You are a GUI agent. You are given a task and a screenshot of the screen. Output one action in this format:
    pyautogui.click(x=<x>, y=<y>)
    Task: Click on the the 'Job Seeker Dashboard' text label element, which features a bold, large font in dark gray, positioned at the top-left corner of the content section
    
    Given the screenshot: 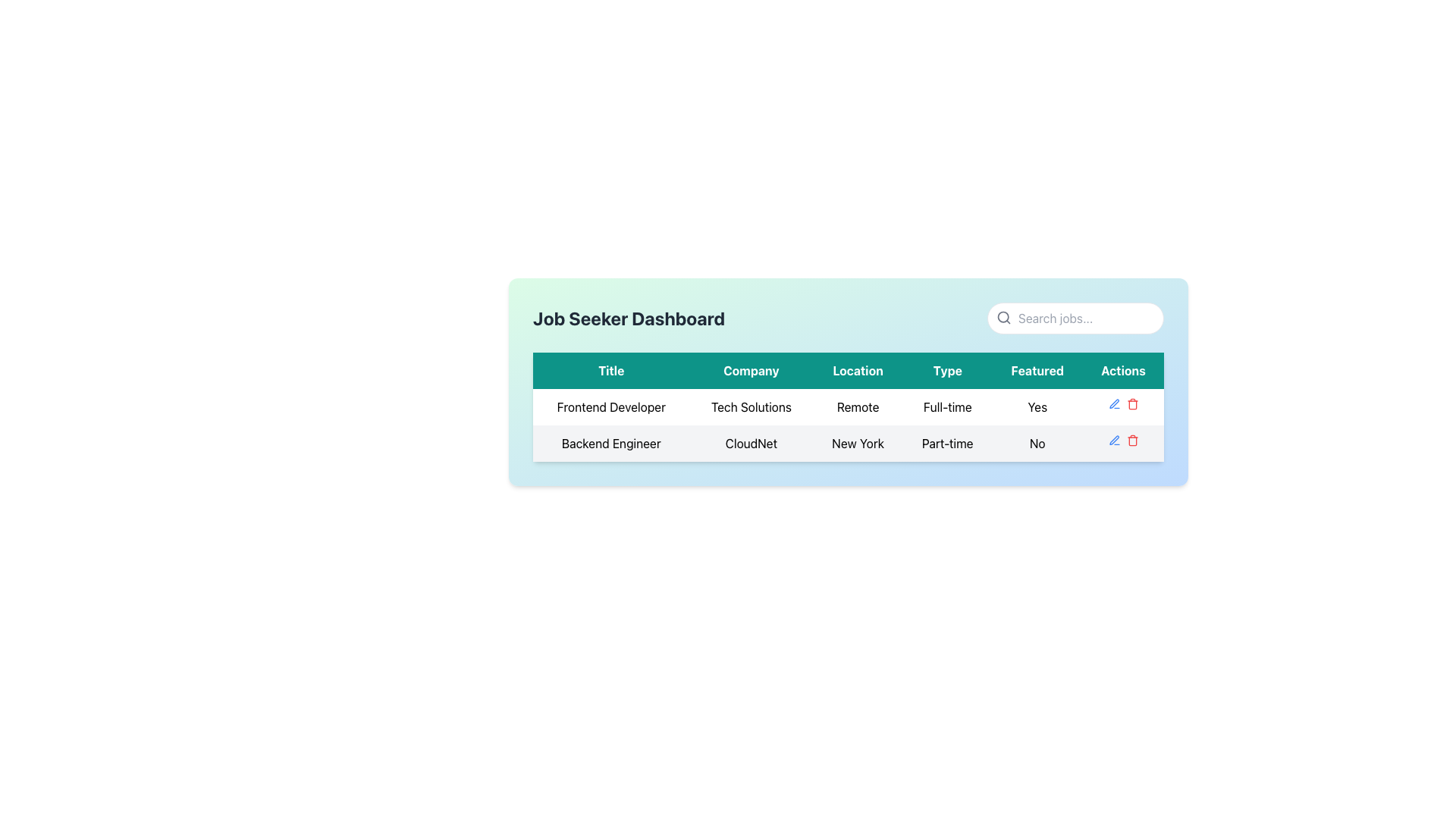 What is the action you would take?
    pyautogui.click(x=629, y=318)
    